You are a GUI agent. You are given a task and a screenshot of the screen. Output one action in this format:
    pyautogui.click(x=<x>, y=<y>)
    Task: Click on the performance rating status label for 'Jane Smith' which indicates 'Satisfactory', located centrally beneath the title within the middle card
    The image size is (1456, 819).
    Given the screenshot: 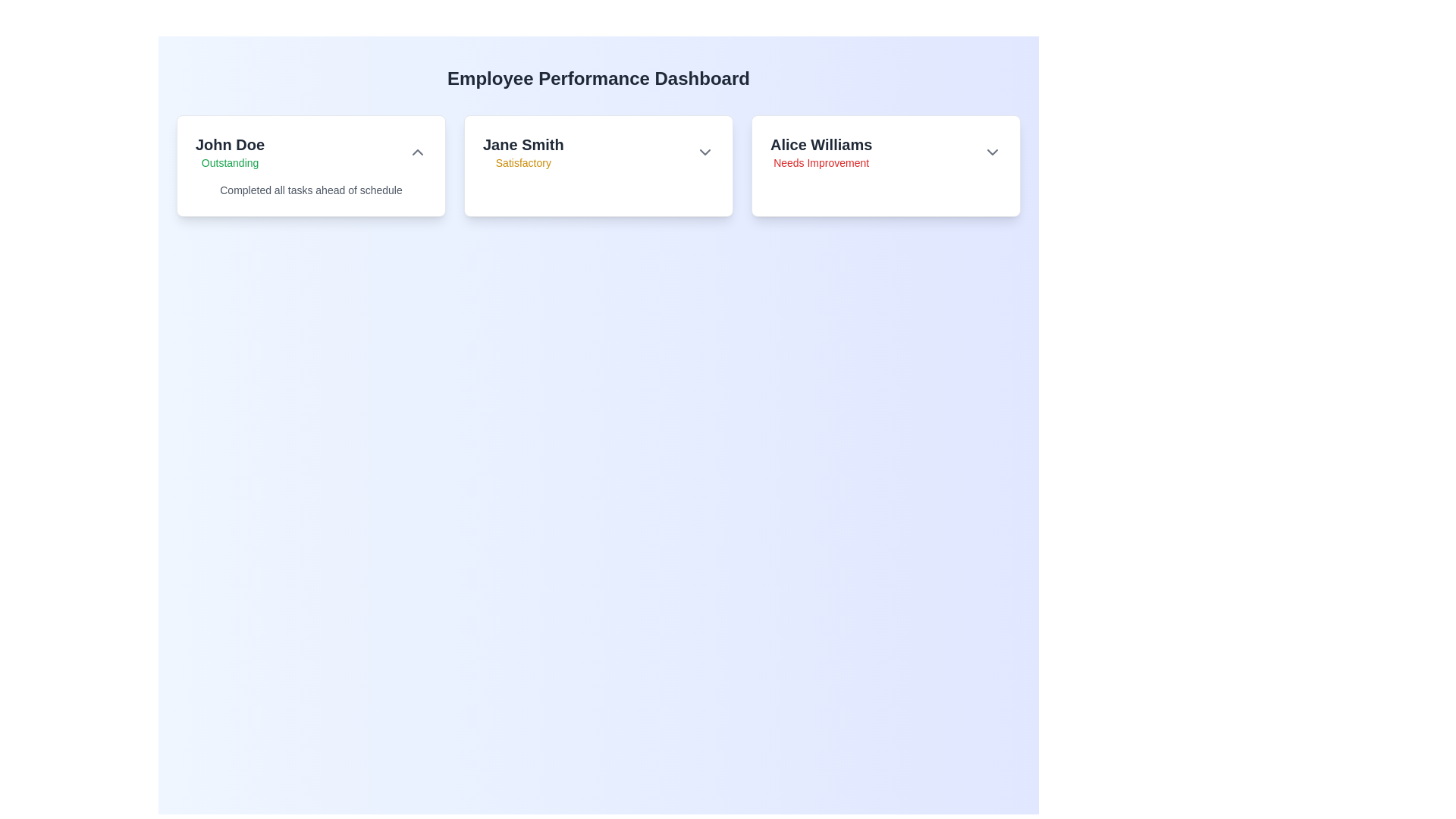 What is the action you would take?
    pyautogui.click(x=523, y=163)
    